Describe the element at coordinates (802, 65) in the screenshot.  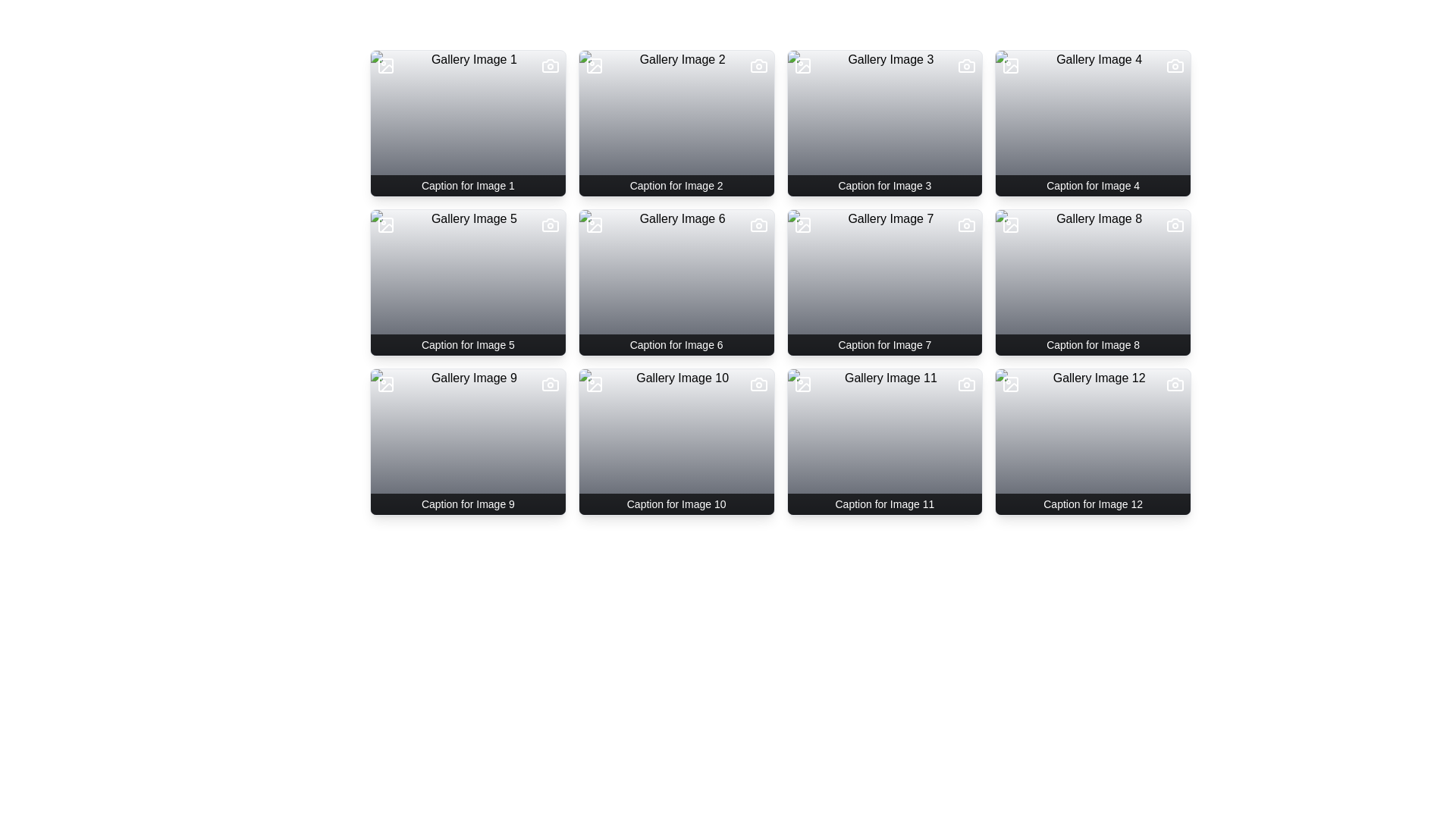
I see `the small rectangle with rounded corners that is part of the icon in the top-left corner of the card labeled 'Gallery Image 3' located in the second row, third column of a 4x3 grid` at that location.